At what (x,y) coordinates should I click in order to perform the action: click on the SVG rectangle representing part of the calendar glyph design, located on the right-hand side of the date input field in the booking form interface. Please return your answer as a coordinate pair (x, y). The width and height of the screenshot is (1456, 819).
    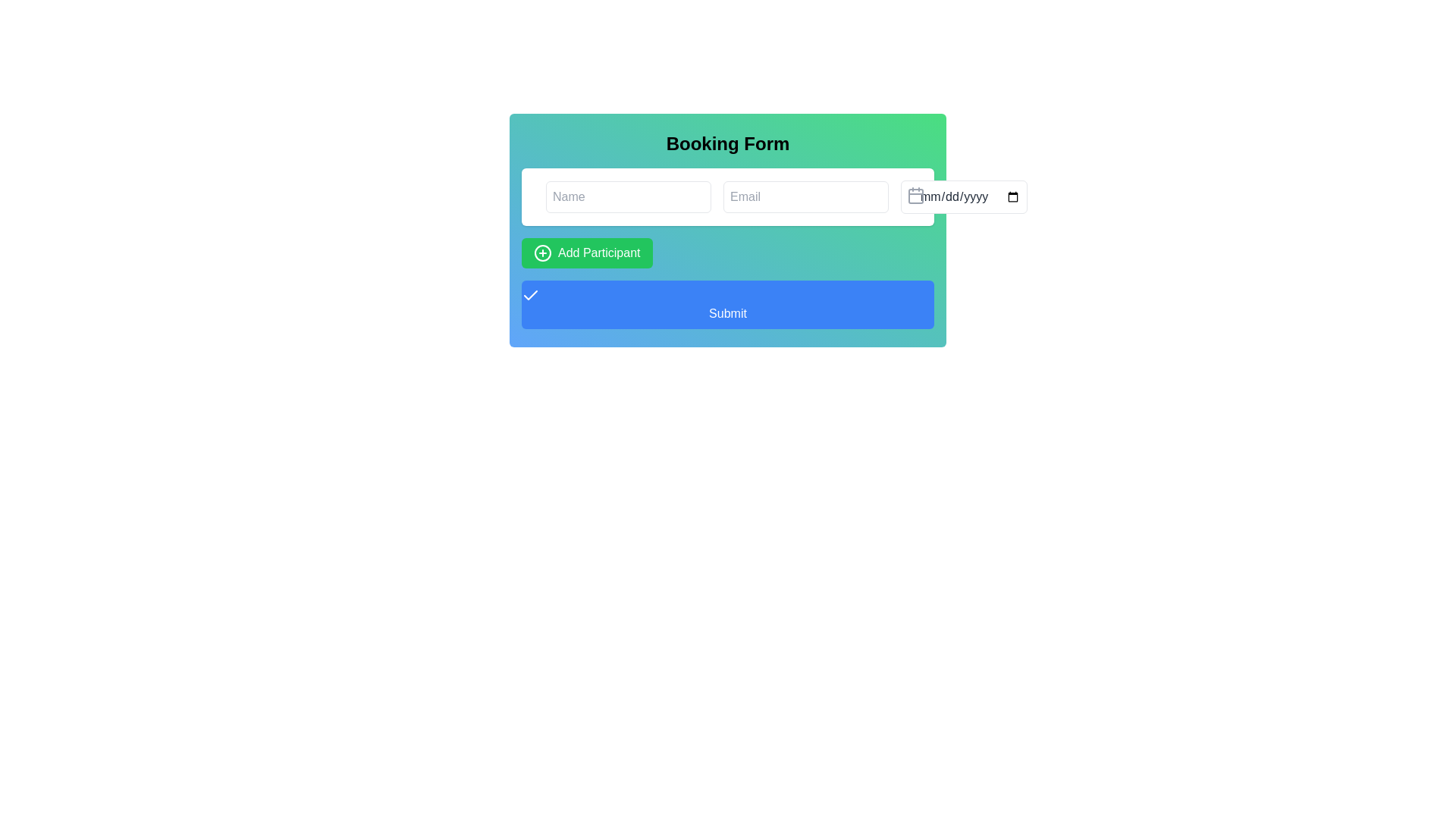
    Looking at the image, I should click on (915, 195).